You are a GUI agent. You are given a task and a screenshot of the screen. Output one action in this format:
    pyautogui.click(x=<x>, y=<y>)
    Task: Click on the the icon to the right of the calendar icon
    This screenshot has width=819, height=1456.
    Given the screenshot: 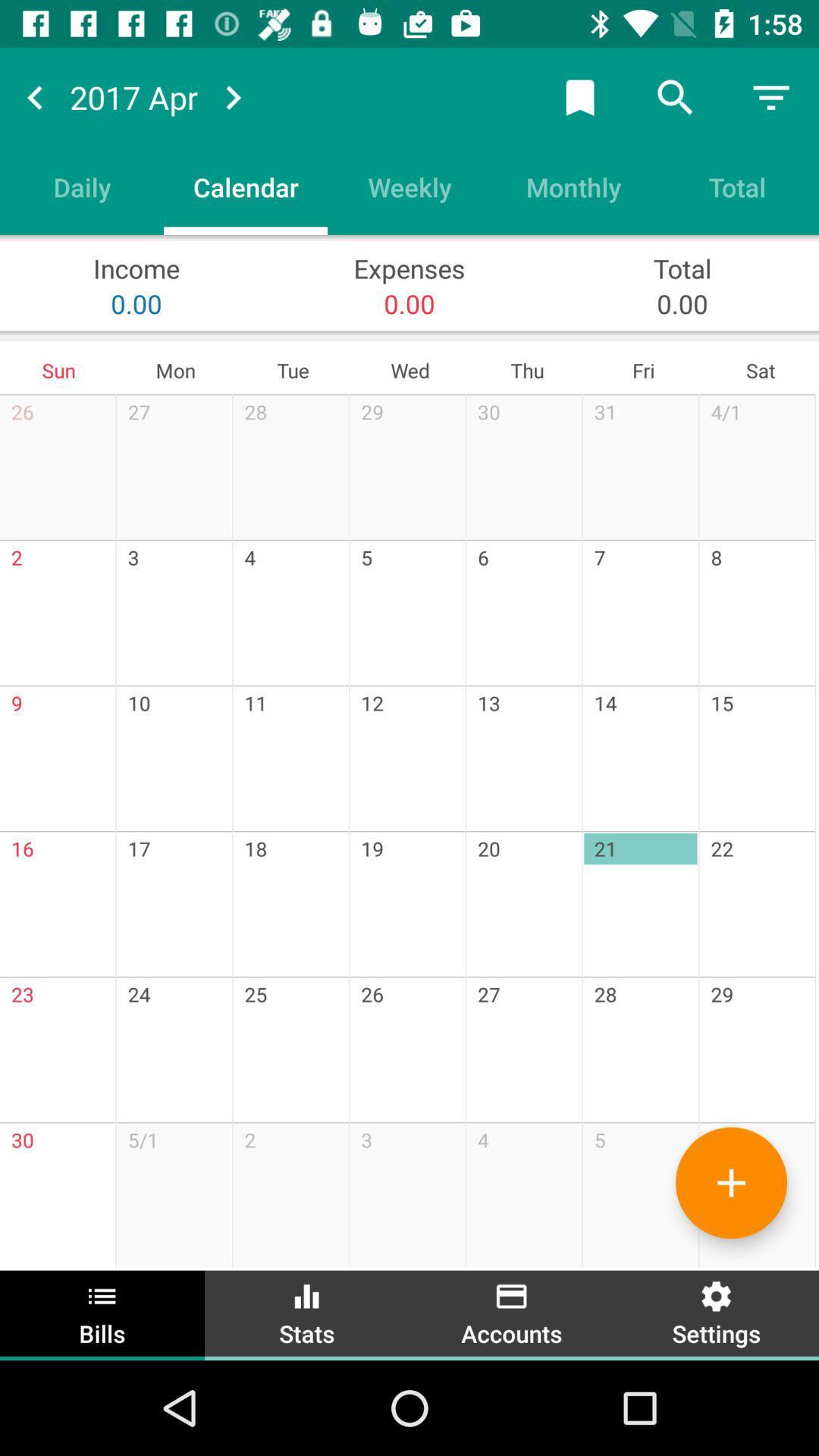 What is the action you would take?
    pyautogui.click(x=409, y=186)
    